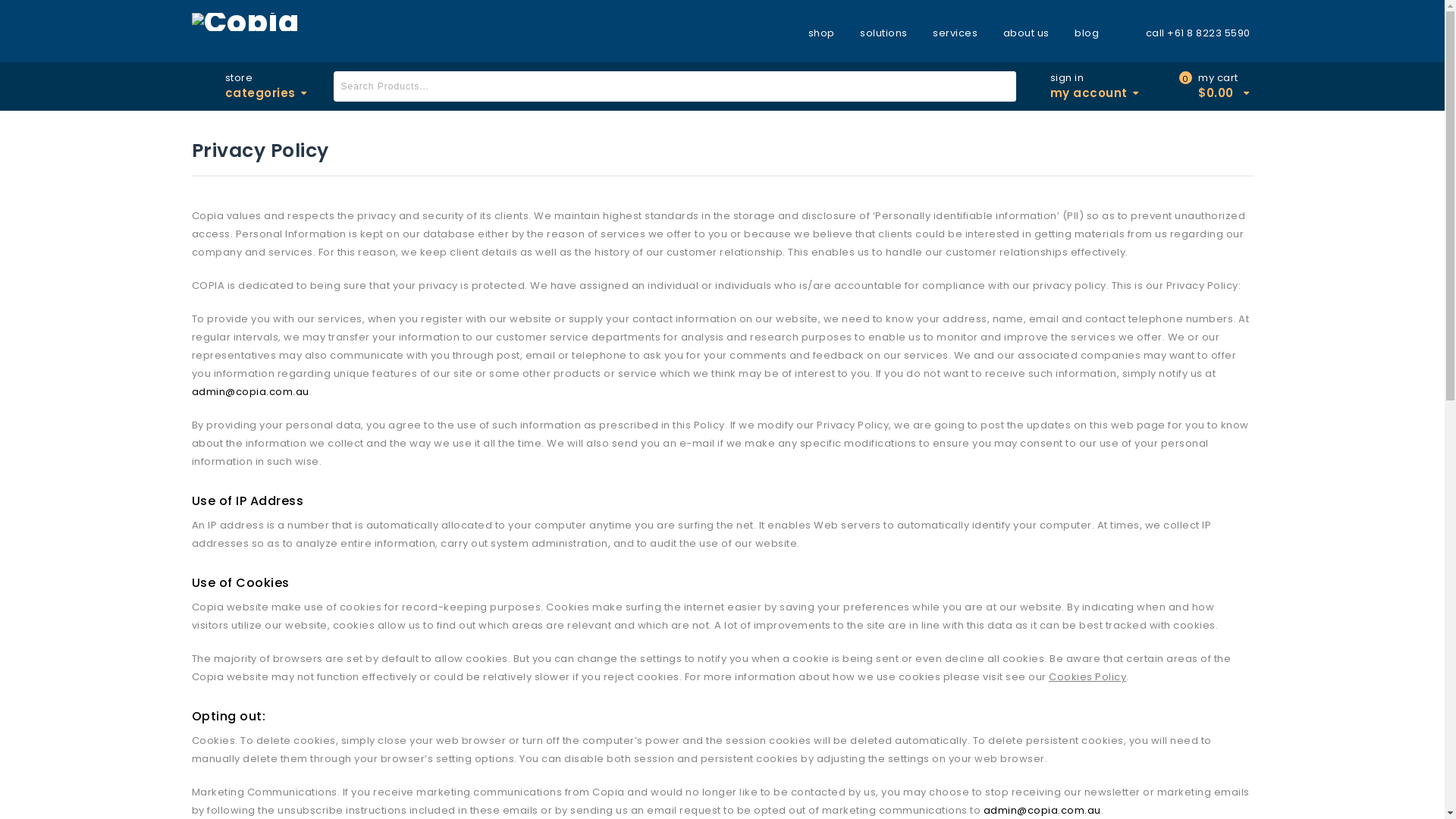 This screenshot has width=1456, height=819. What do you see at coordinates (1040, 809) in the screenshot?
I see `'admin@copia.com.au'` at bounding box center [1040, 809].